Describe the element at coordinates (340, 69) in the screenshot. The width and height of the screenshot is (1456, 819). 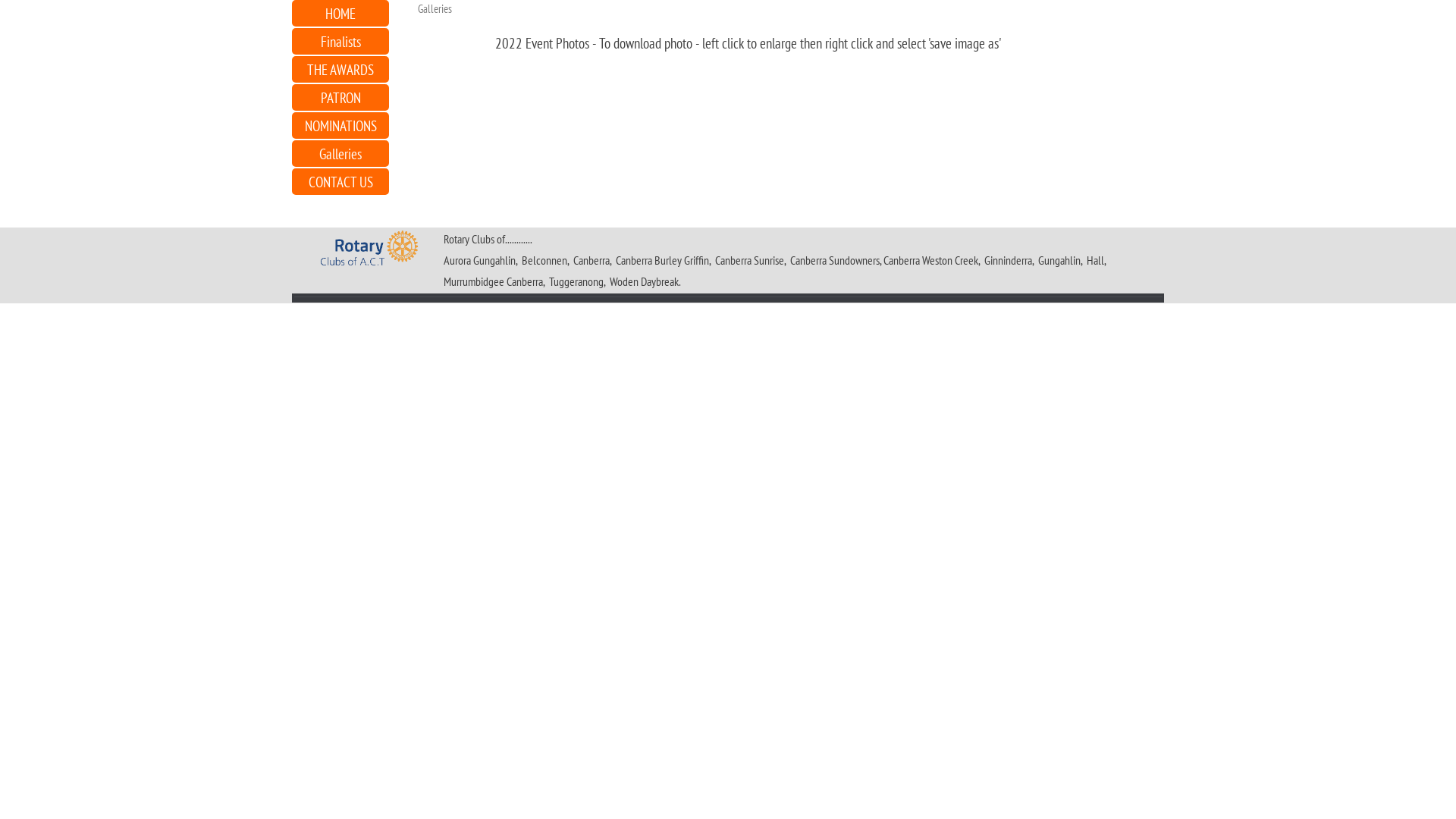
I see `'THE AWARDS'` at that location.